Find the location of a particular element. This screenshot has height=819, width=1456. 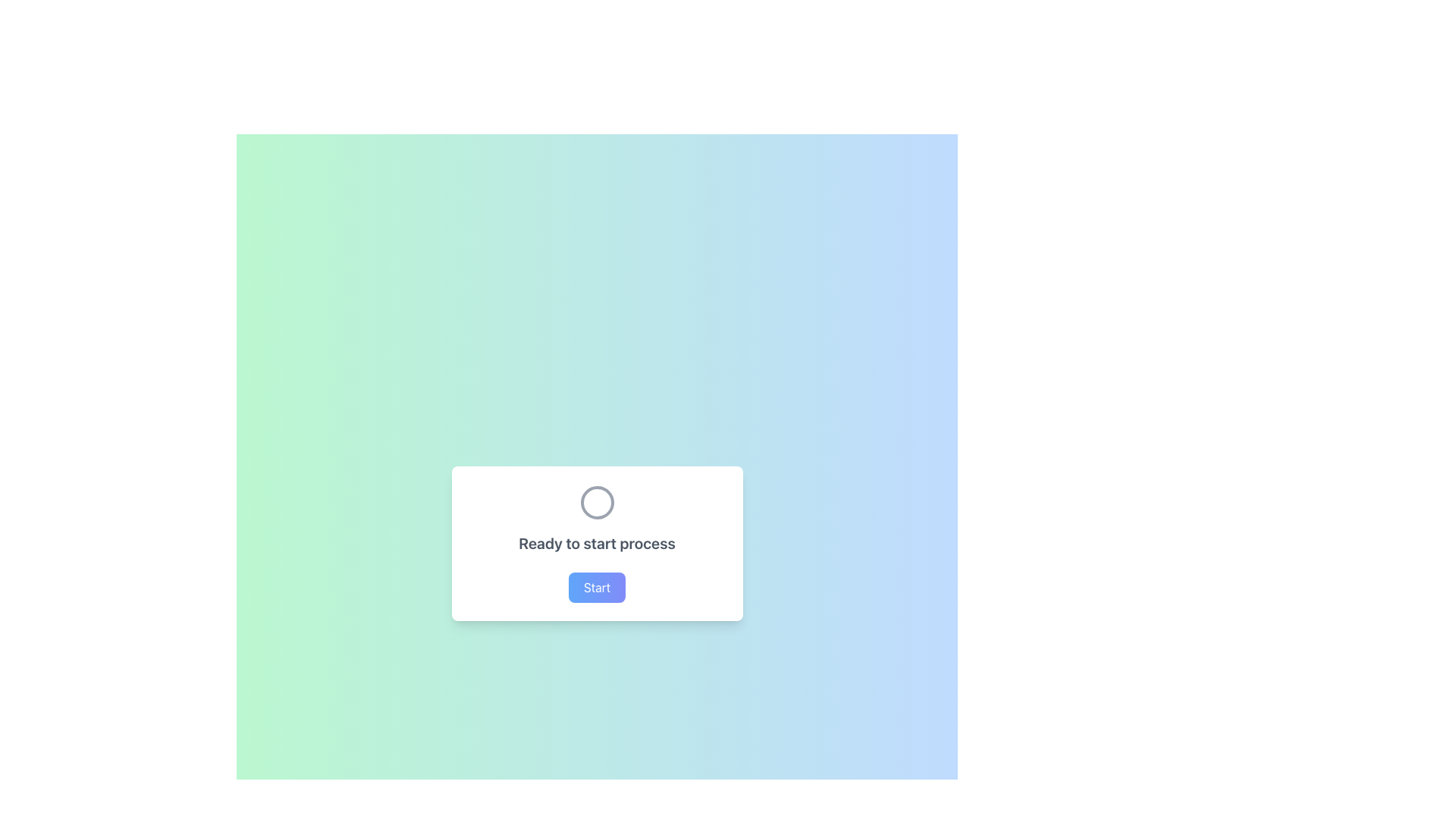

the 'Start' button, which is styled with a gradient from blue to indigo and white text, located at the bottom center of a white card, to activate its hover effects is located at coordinates (596, 587).